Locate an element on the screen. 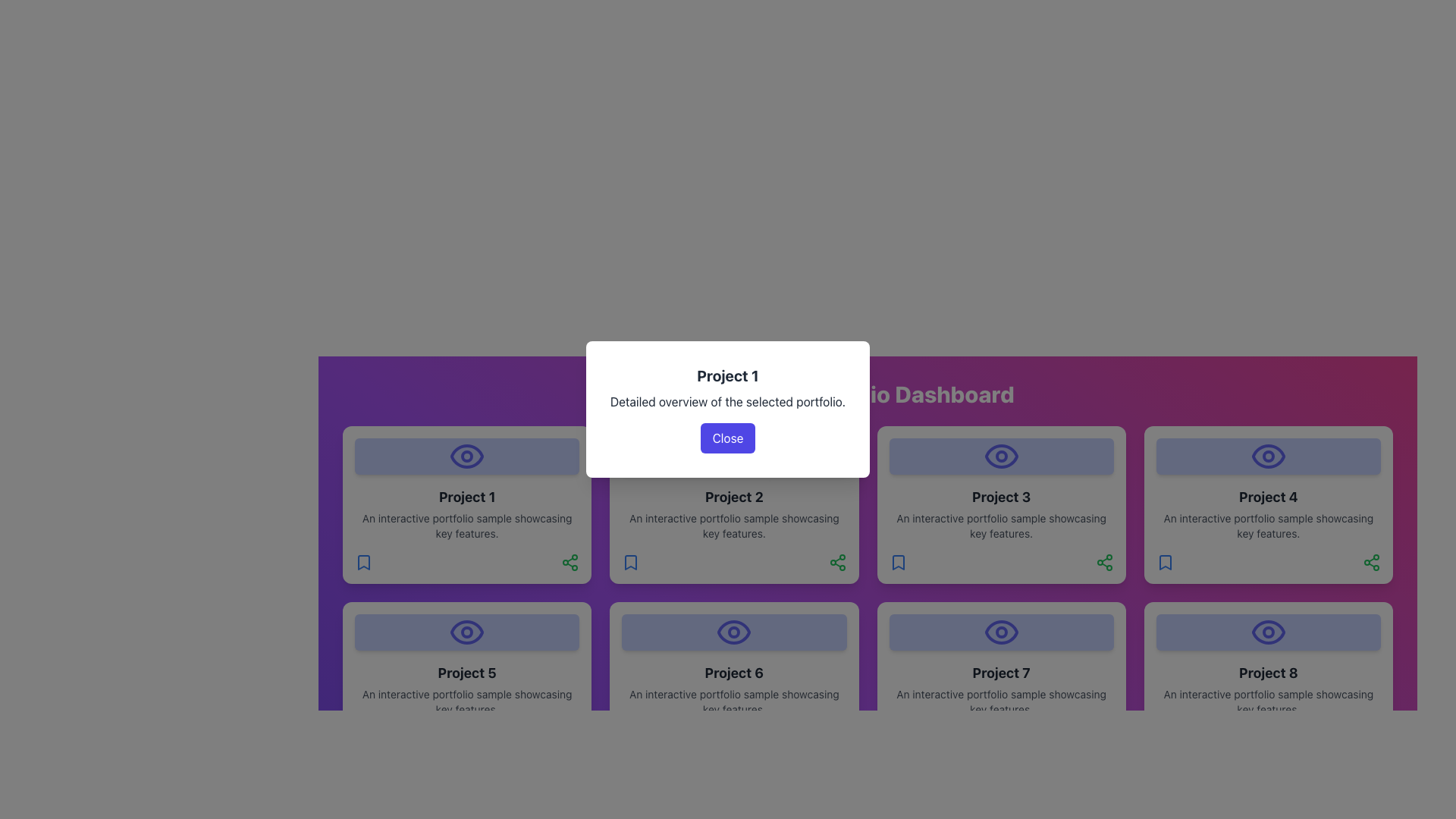  the indigo eye icon in the header section of the eighth card located in the bottom row of the grid layout is located at coordinates (1268, 632).